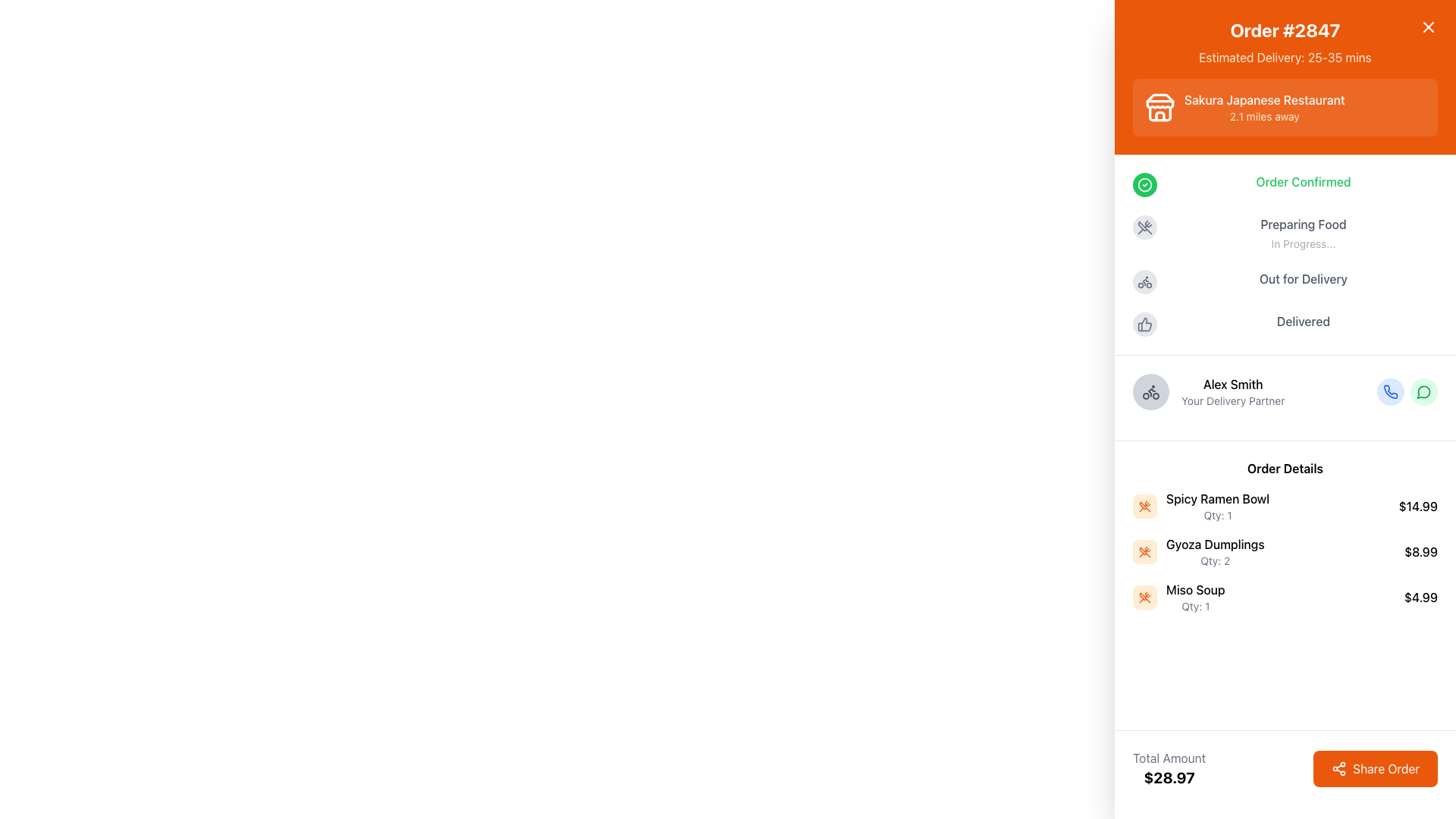 This screenshot has width=1456, height=819. I want to click on the decorative graphic element that resembles the triangular roof section of the store icon in the header of the 'Sakura Japanese Restaurant' content card, so click(1159, 98).